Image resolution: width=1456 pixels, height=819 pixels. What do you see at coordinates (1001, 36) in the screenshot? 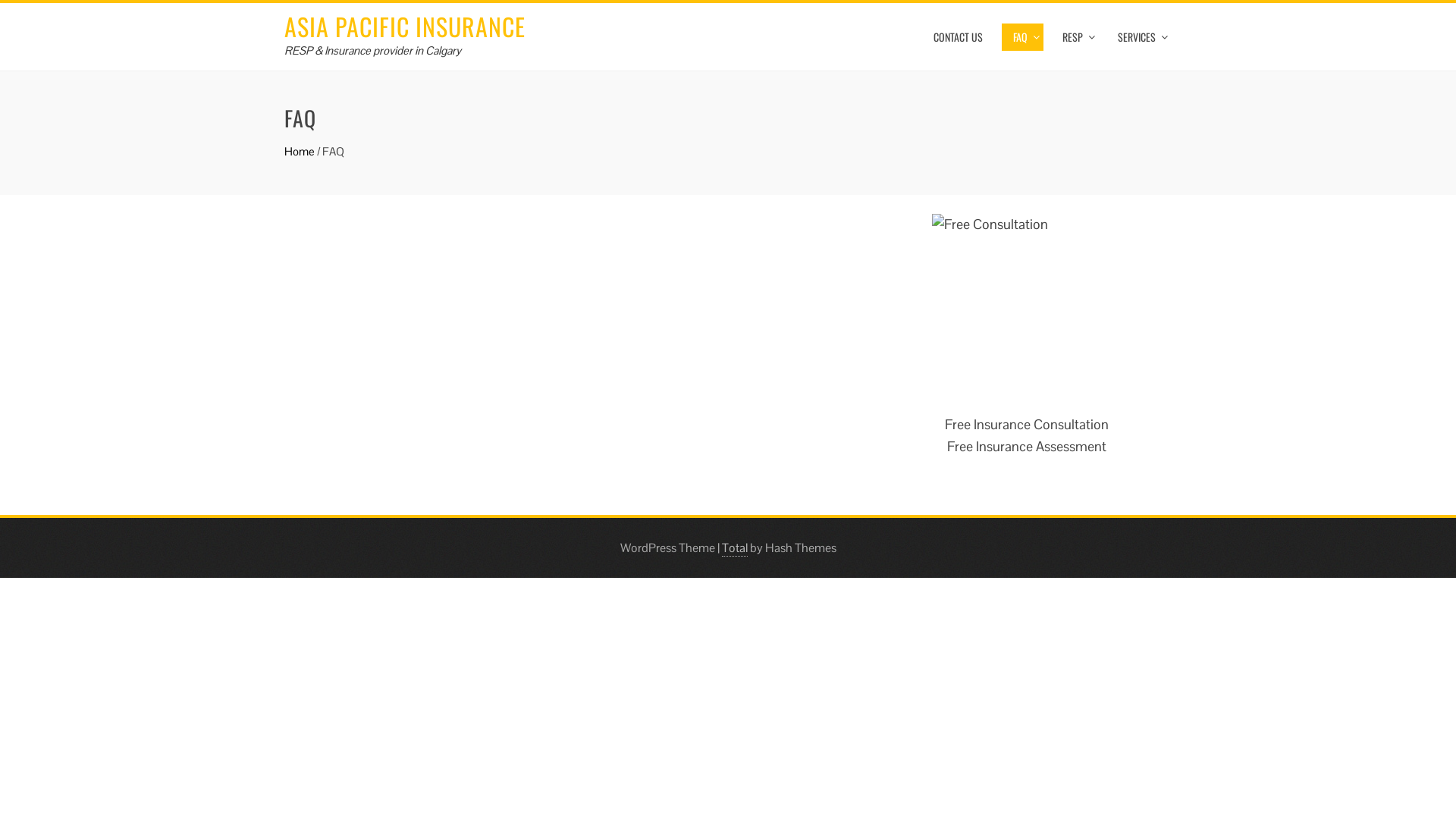
I see `'FAQ'` at bounding box center [1001, 36].